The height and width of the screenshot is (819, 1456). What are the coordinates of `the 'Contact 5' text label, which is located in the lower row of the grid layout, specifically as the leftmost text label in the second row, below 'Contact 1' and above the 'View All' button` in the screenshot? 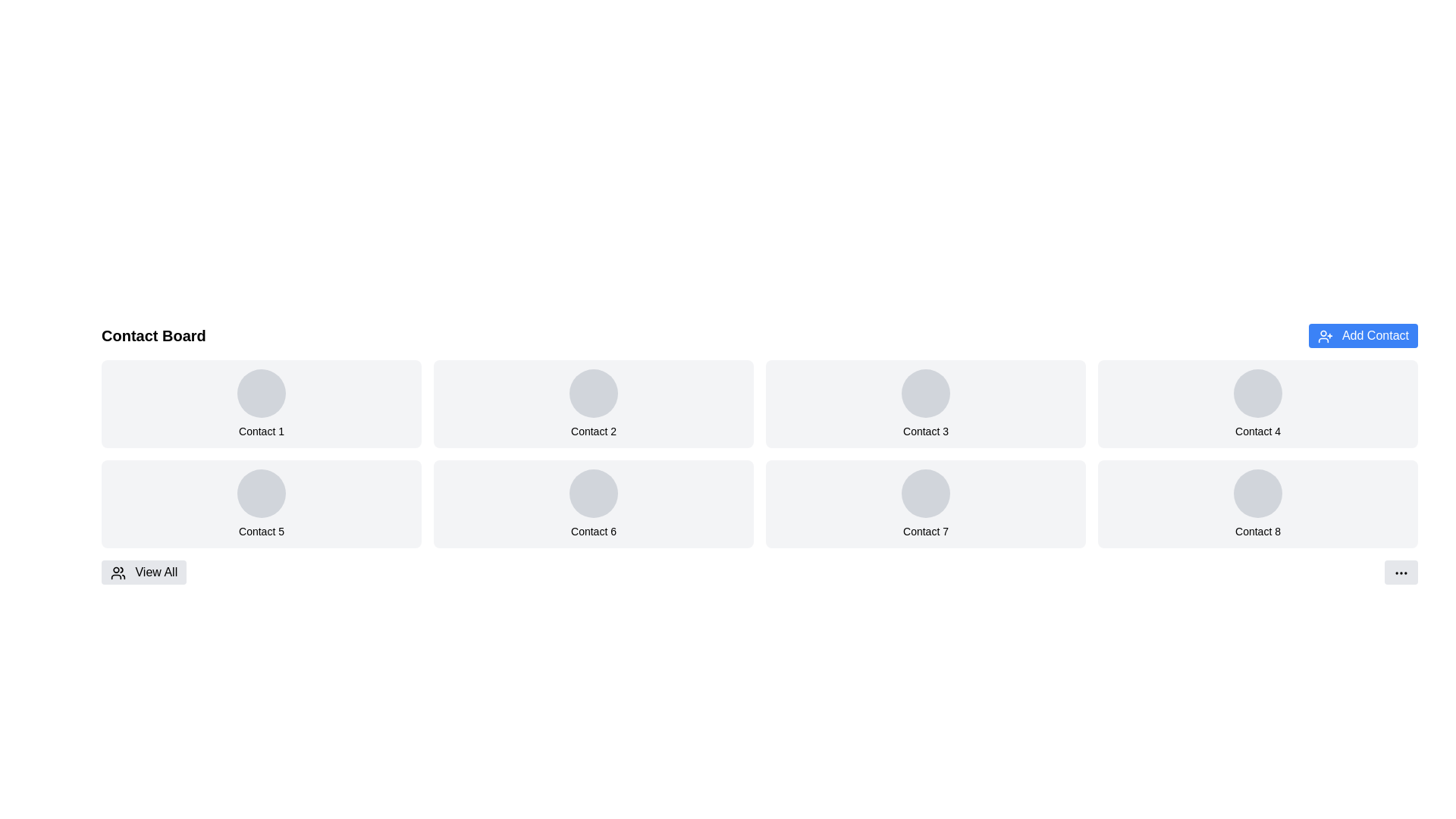 It's located at (262, 531).